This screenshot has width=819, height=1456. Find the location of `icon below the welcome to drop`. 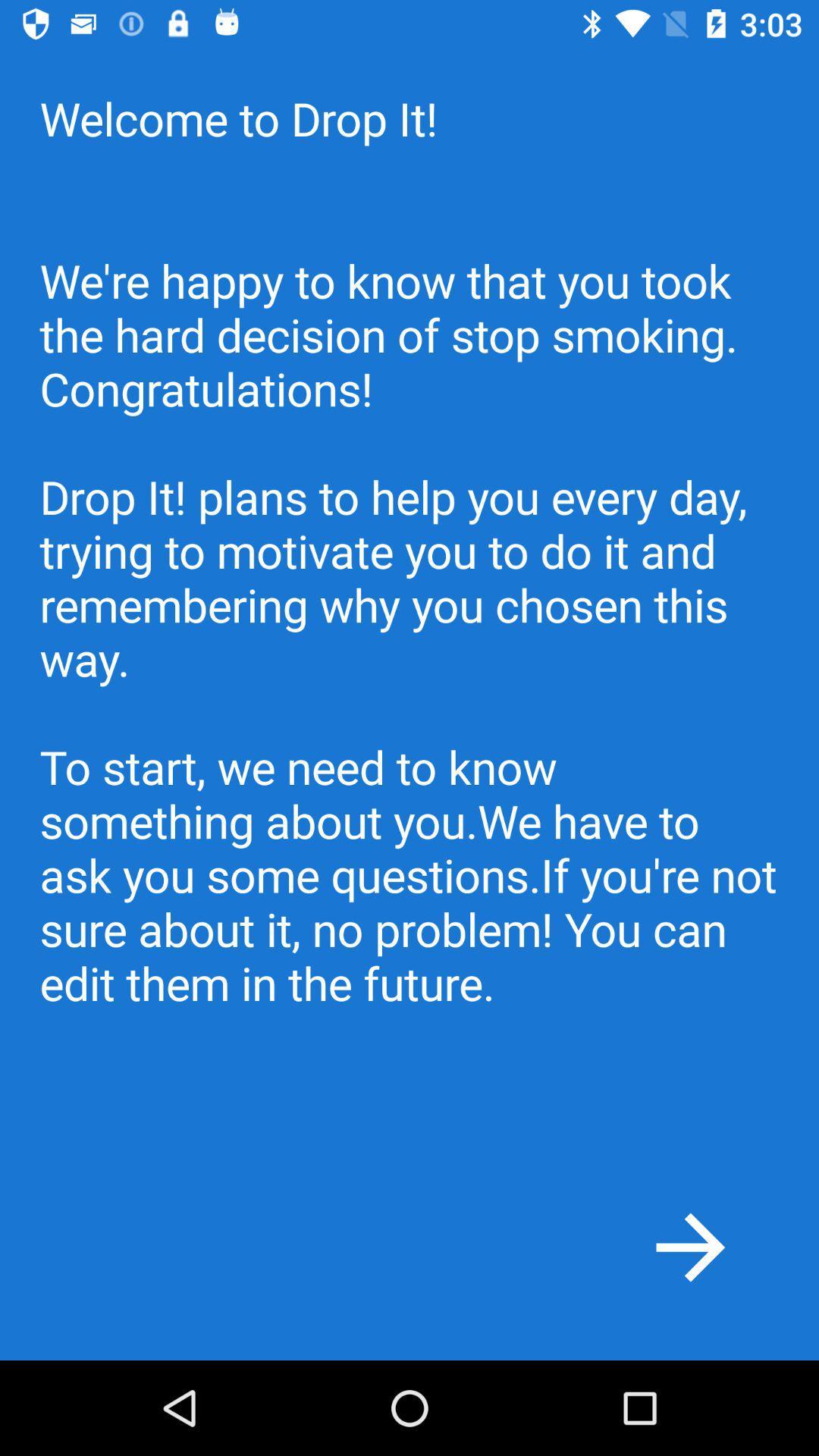

icon below the welcome to drop is located at coordinates (690, 1247).